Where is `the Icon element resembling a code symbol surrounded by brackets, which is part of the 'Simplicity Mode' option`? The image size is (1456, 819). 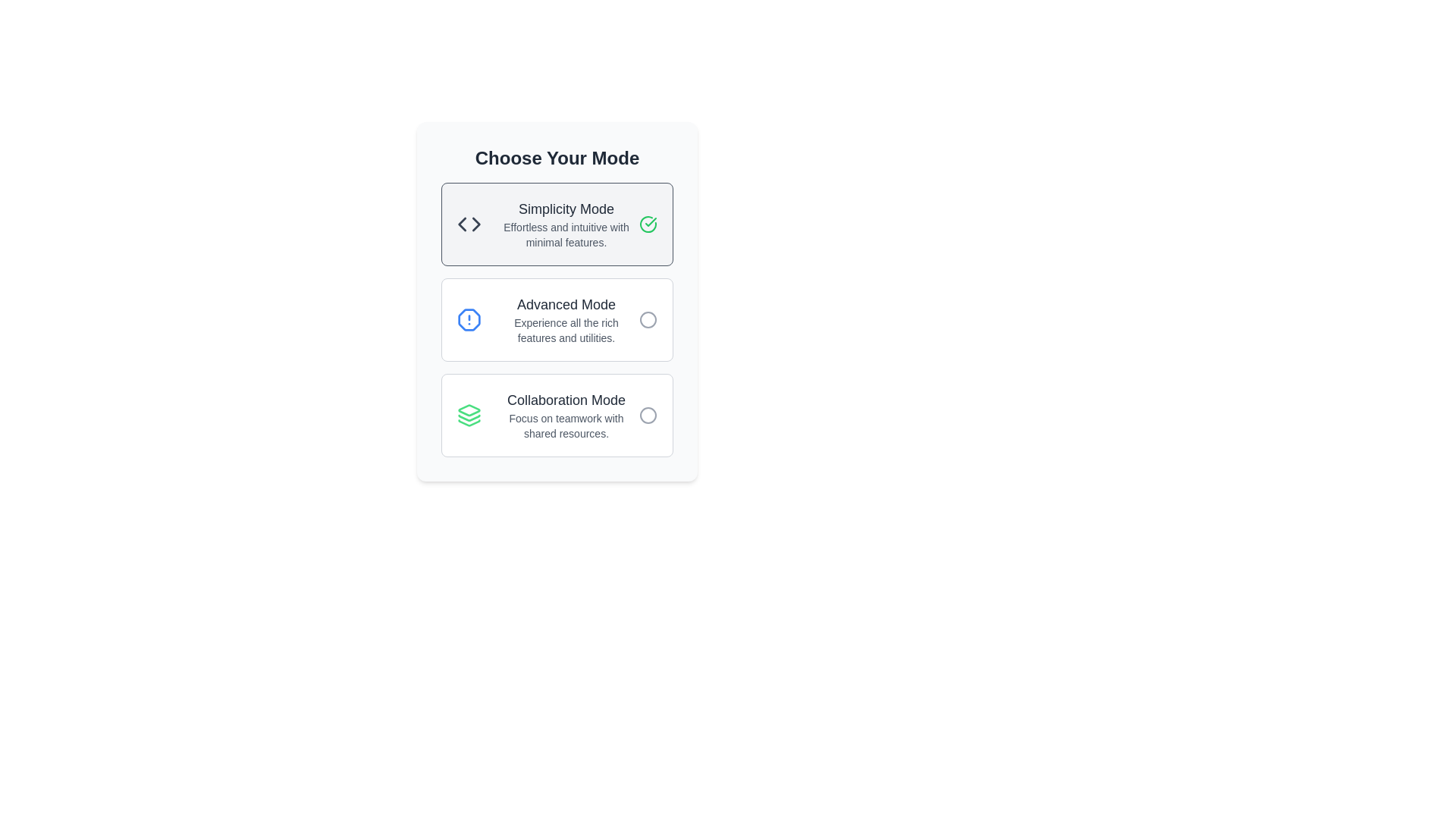 the Icon element resembling a code symbol surrounded by brackets, which is part of the 'Simplicity Mode' option is located at coordinates (469, 224).